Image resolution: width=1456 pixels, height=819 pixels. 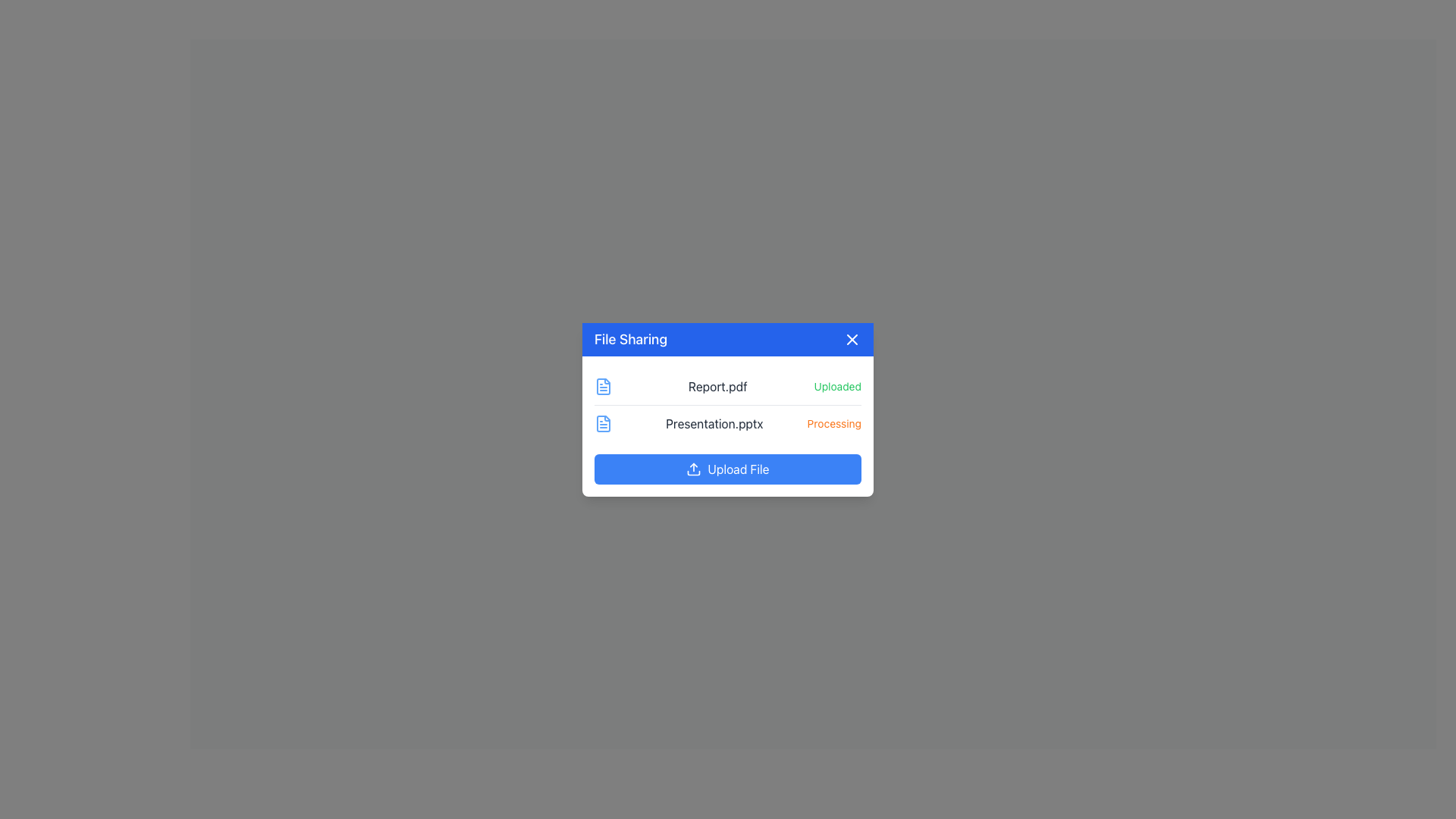 What do you see at coordinates (603, 423) in the screenshot?
I see `the document icon representing the file 'Report.pdf' in the 'File Sharing' modal window, which is positioned at the top-left corner of the modal and aligned with its label` at bounding box center [603, 423].